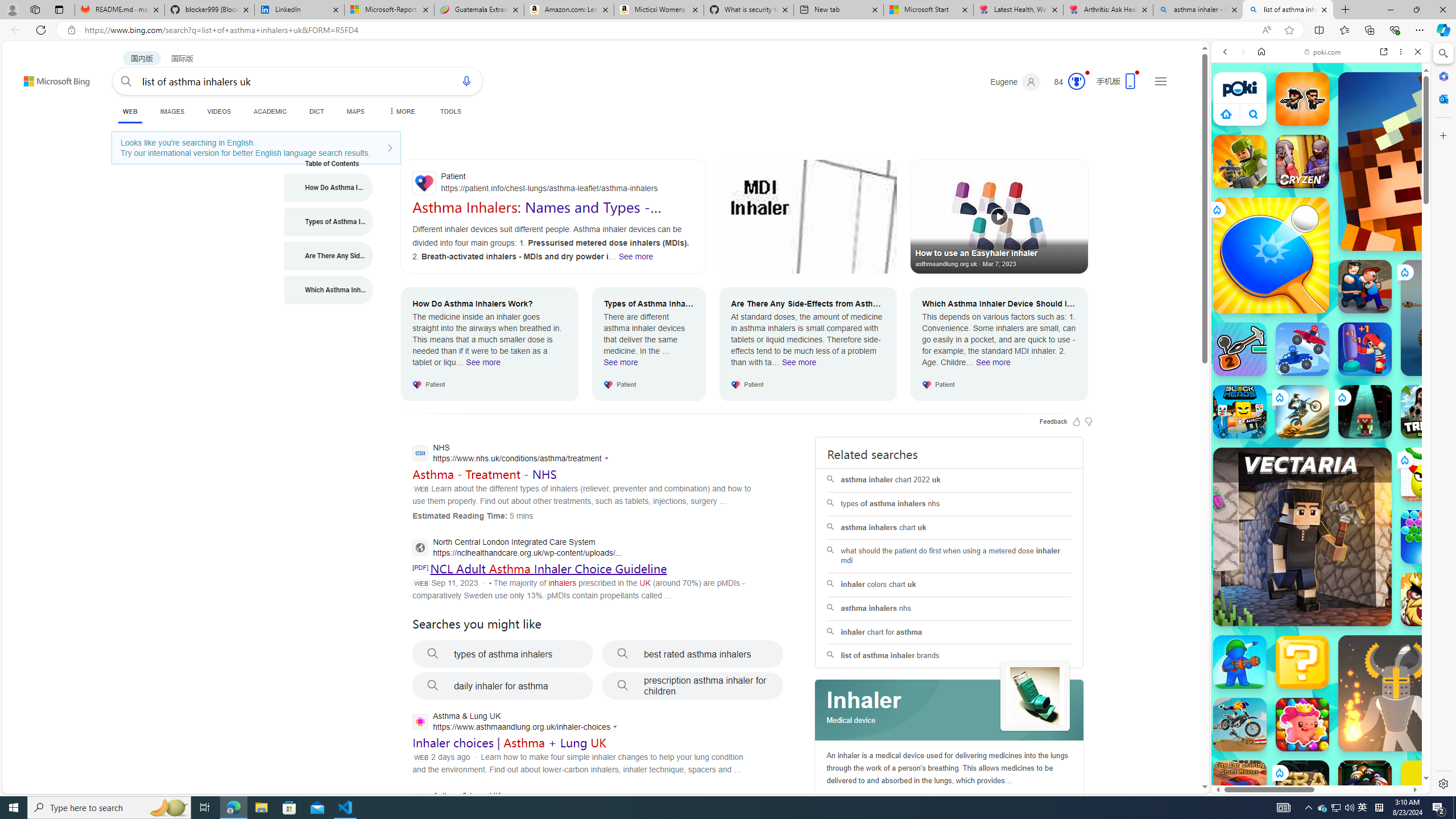 The height and width of the screenshot is (819, 1456). What do you see at coordinates (126, 80) in the screenshot?
I see `'Search button'` at bounding box center [126, 80].